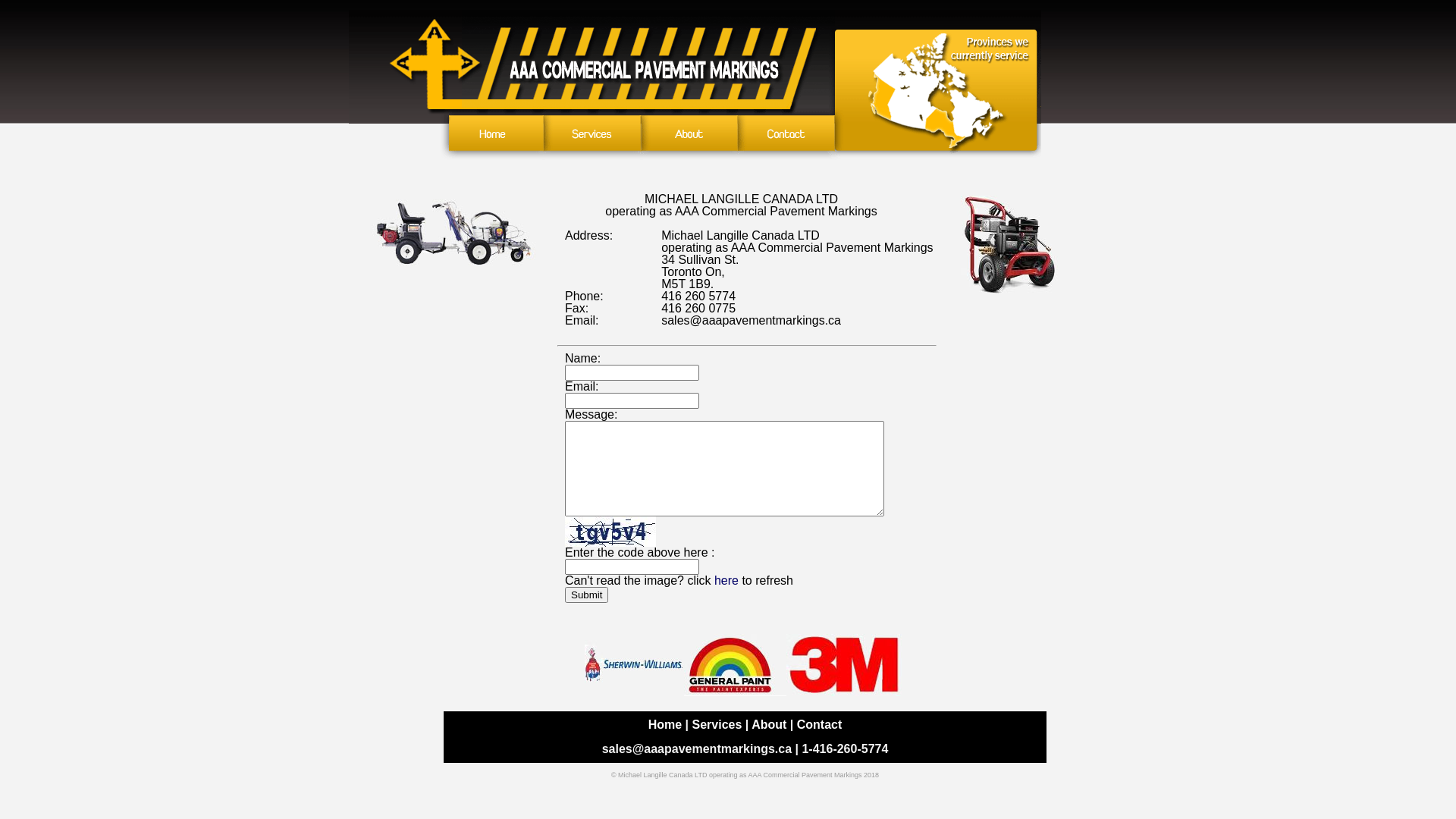 This screenshot has width=1456, height=819. What do you see at coordinates (585, 594) in the screenshot?
I see `'Submit'` at bounding box center [585, 594].